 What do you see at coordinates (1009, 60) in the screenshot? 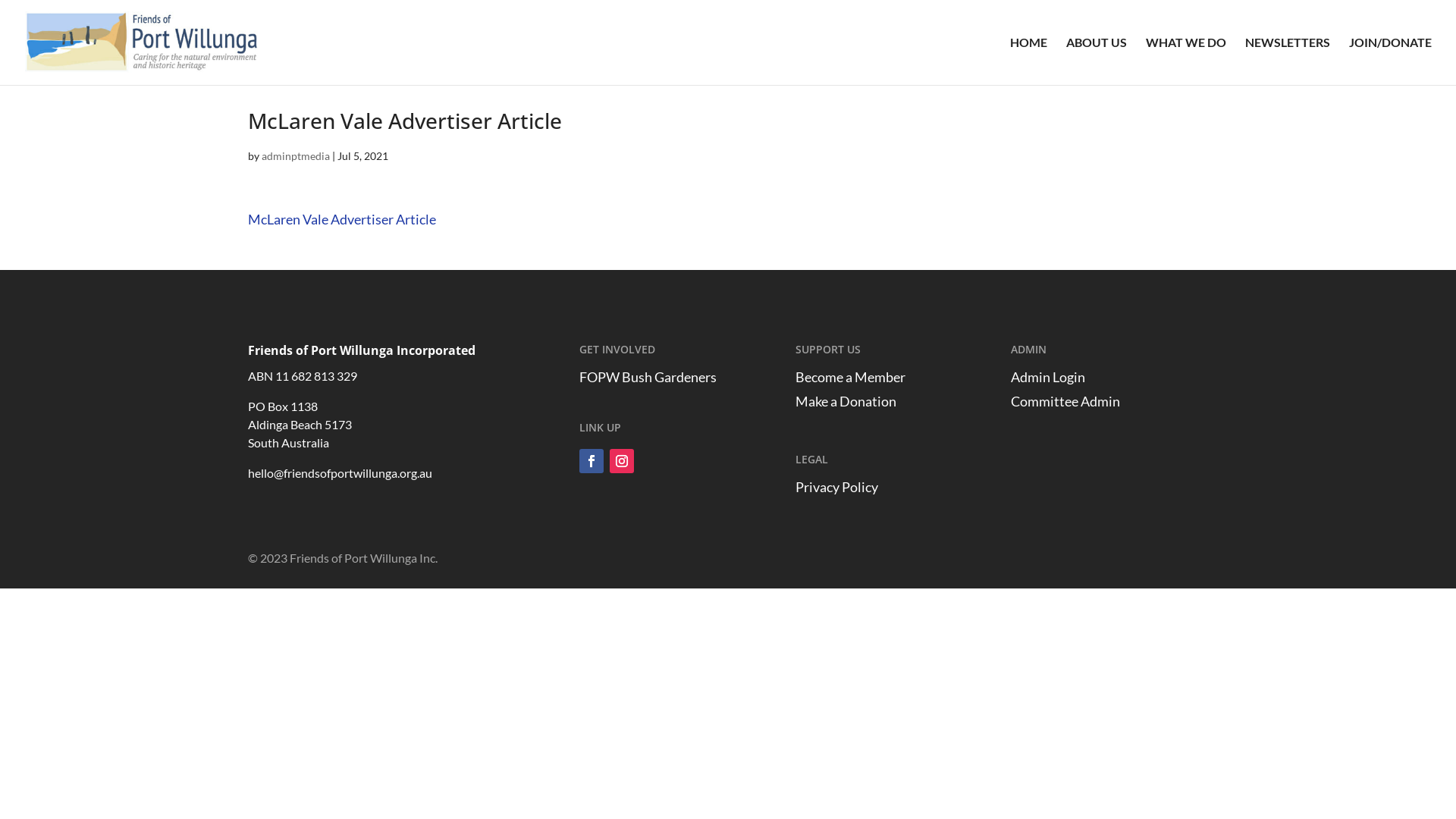
I see `'HOME'` at bounding box center [1009, 60].